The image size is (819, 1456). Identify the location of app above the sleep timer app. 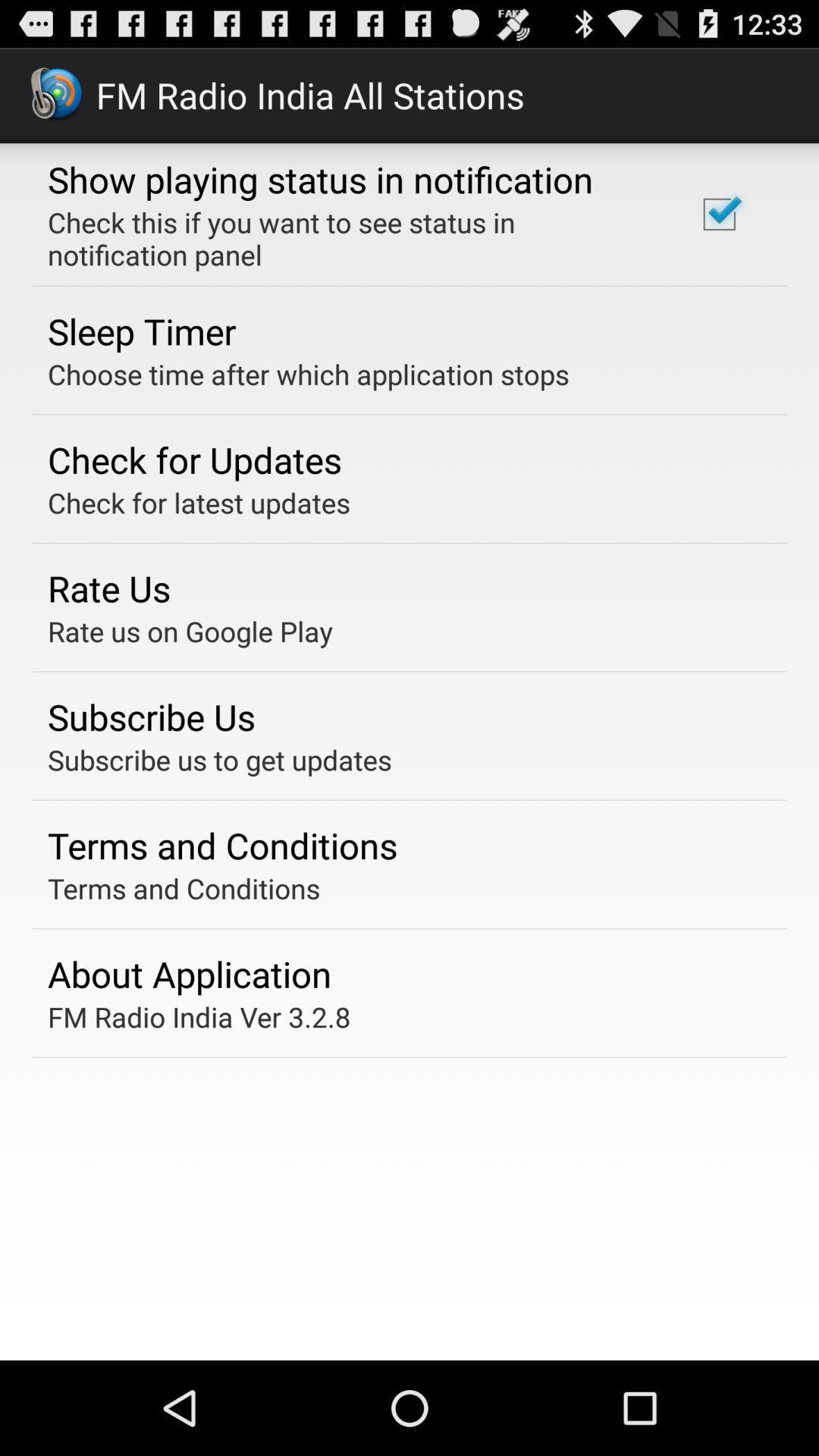
(351, 237).